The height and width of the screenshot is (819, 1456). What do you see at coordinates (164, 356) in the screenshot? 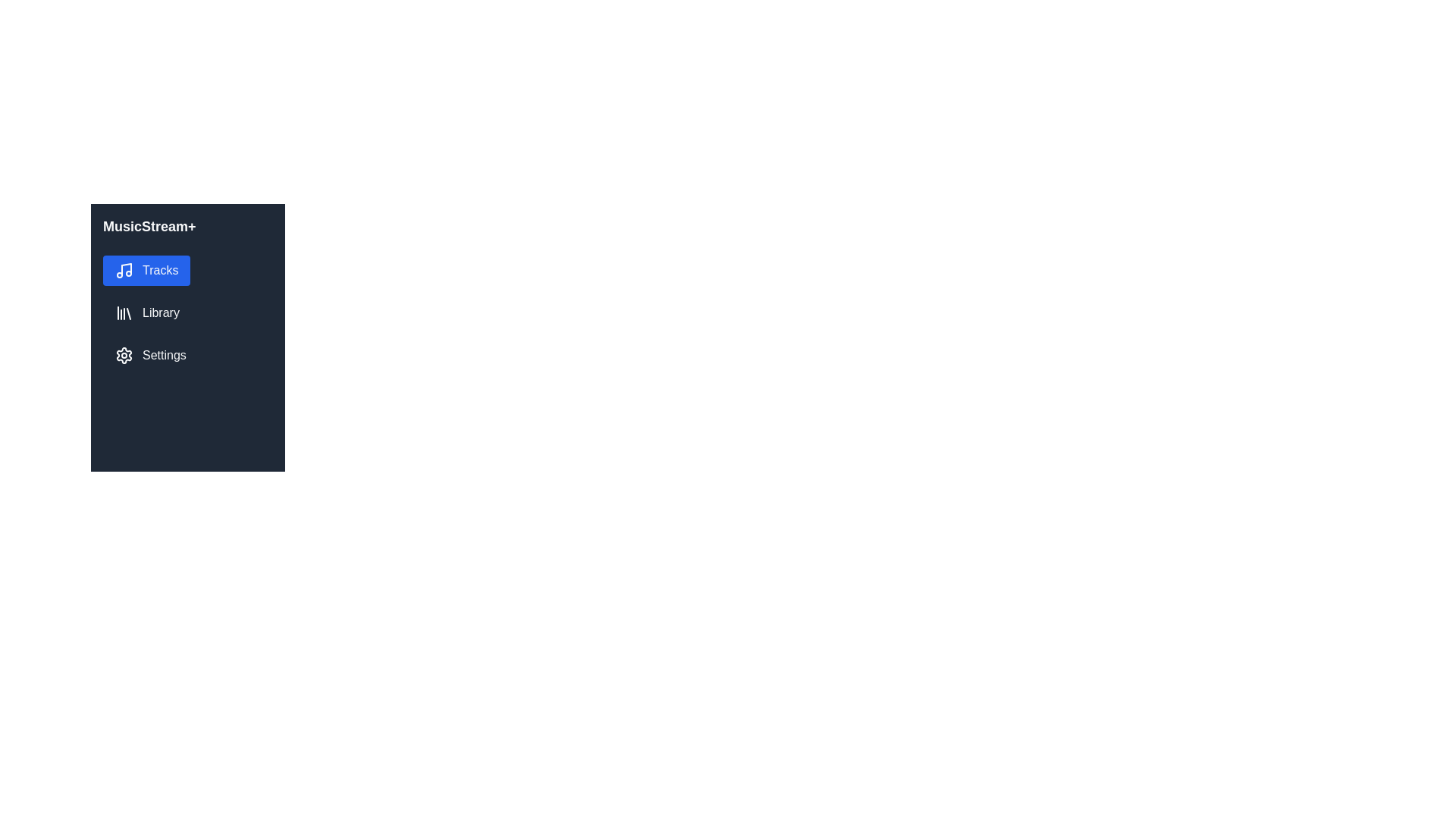
I see `the 'Settings' label in the sidebar` at bounding box center [164, 356].